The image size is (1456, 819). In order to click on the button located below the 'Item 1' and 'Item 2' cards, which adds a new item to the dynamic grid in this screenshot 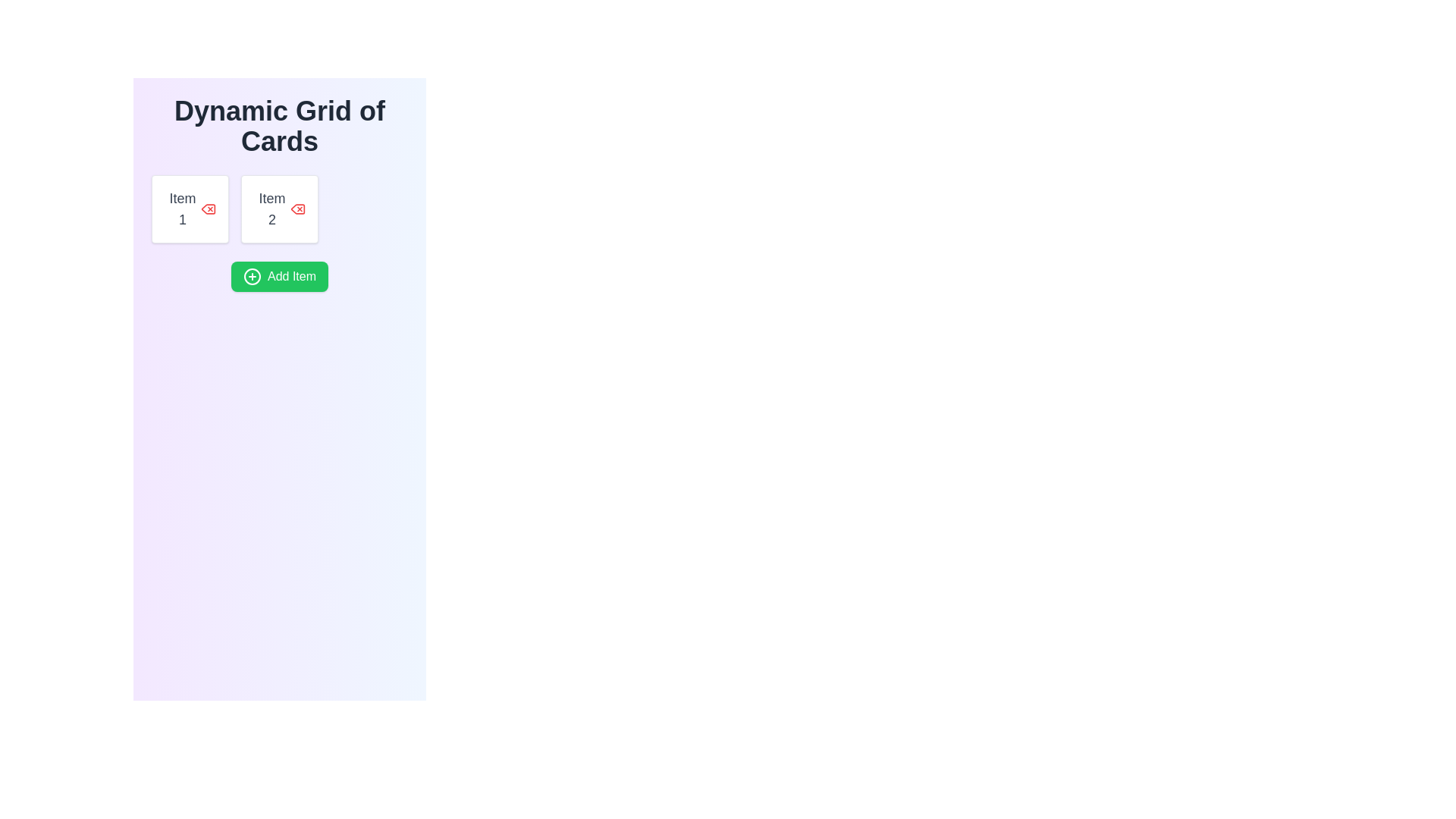, I will do `click(280, 277)`.